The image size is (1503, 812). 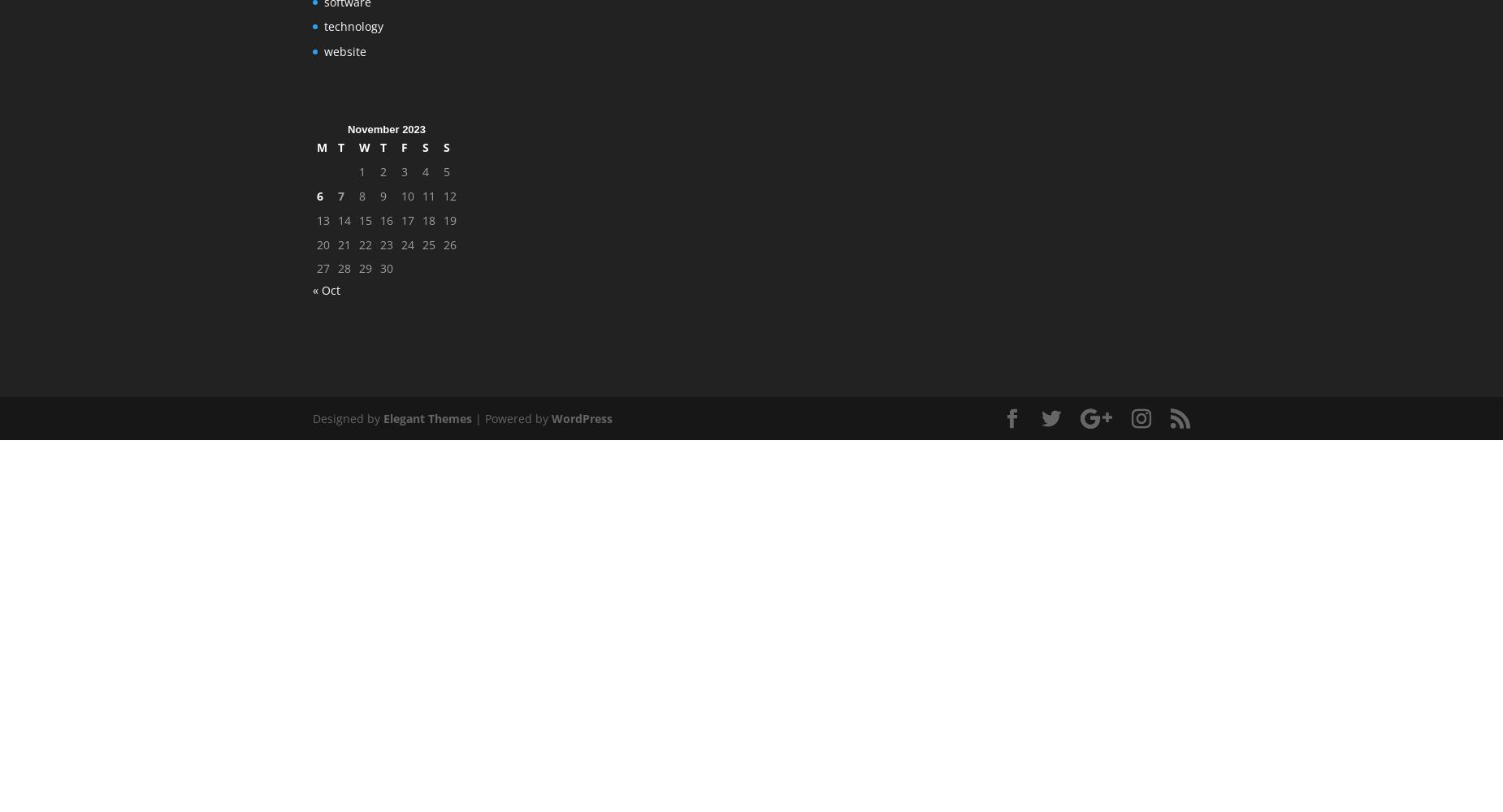 What do you see at coordinates (582, 417) in the screenshot?
I see `'WordPress'` at bounding box center [582, 417].